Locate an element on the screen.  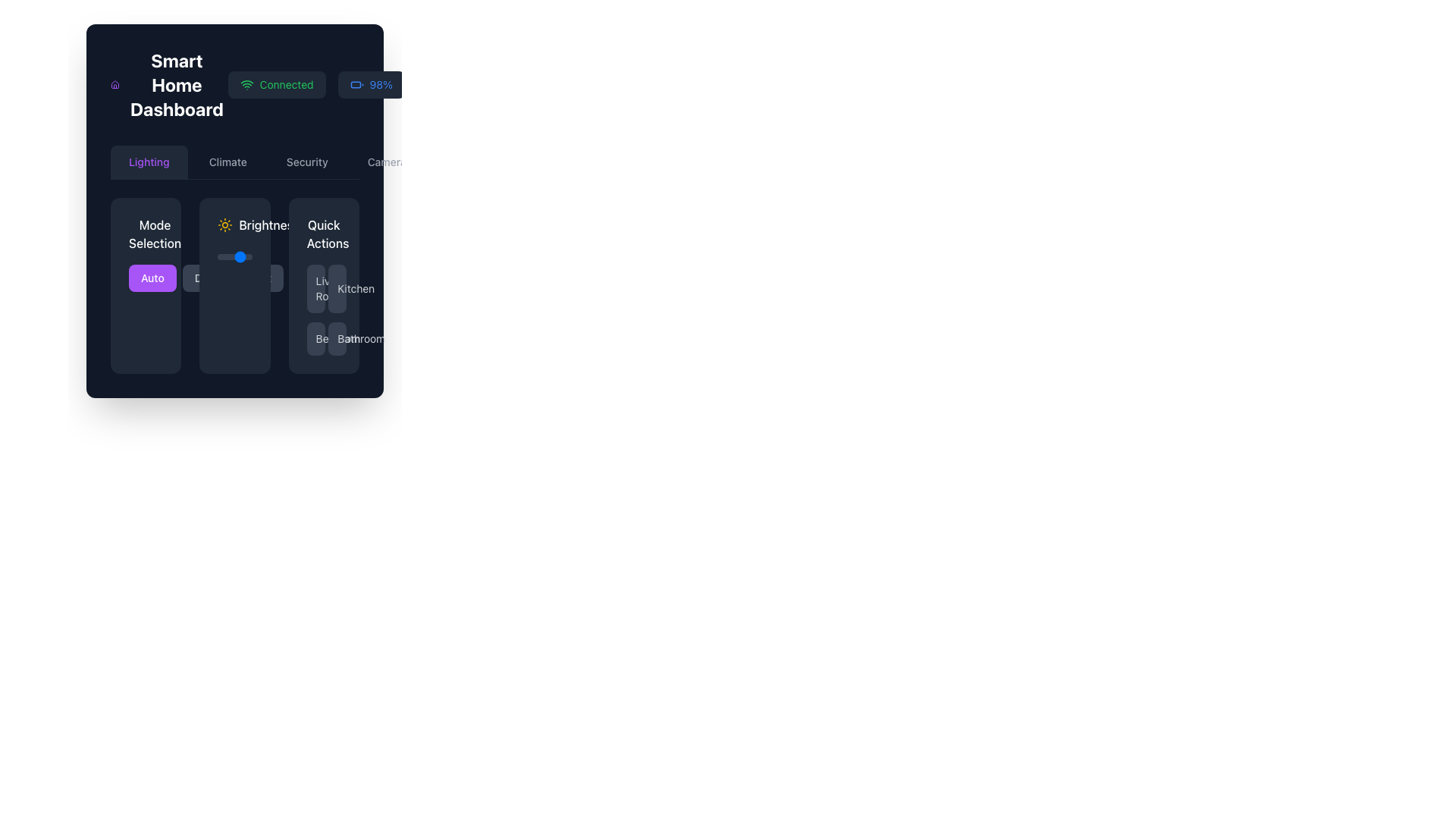
the green 'Connected' text label displayed in a sans-serif font, which is part of a component with a Wi-Fi icon to its left and is located in the top-right section of the interface is located at coordinates (287, 84).